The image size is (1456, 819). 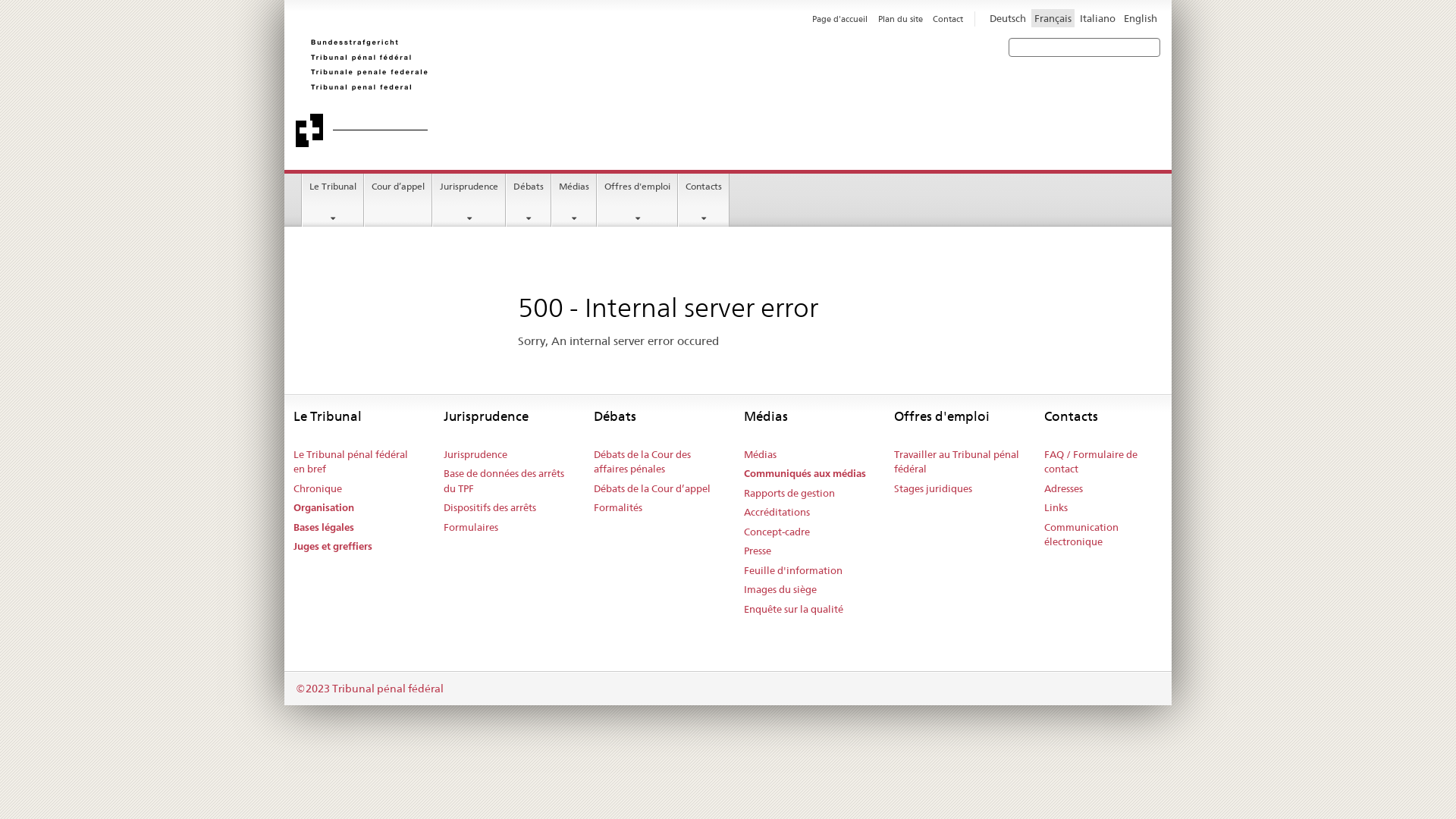 What do you see at coordinates (789, 494) in the screenshot?
I see `'Rapports de gestion'` at bounding box center [789, 494].